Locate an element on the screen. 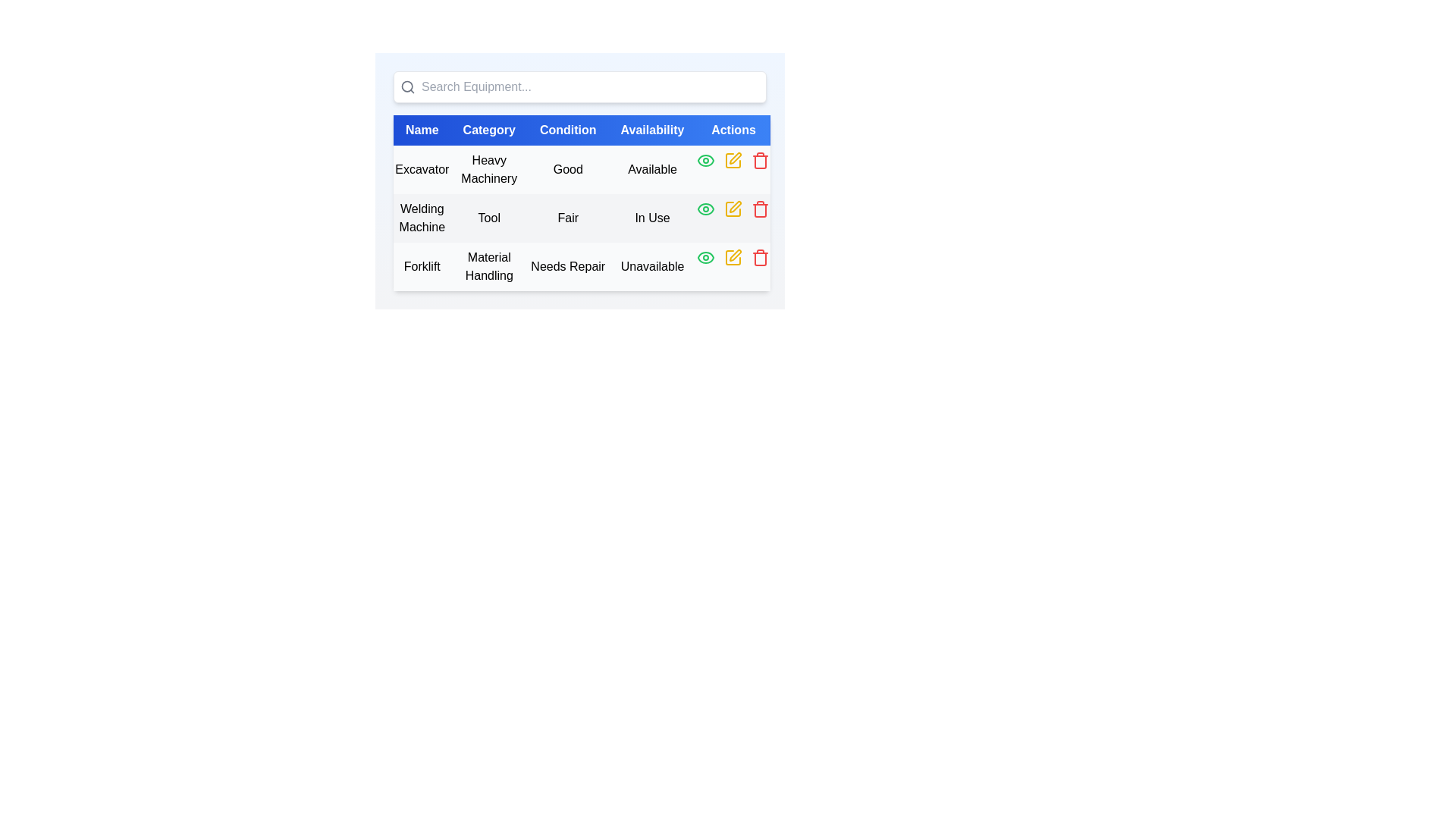 The width and height of the screenshot is (1456, 819). text from the Table Header of the data table, which includes the labels 'Name', 'Category', 'Condition', 'Availability', and 'Actions' is located at coordinates (581, 130).